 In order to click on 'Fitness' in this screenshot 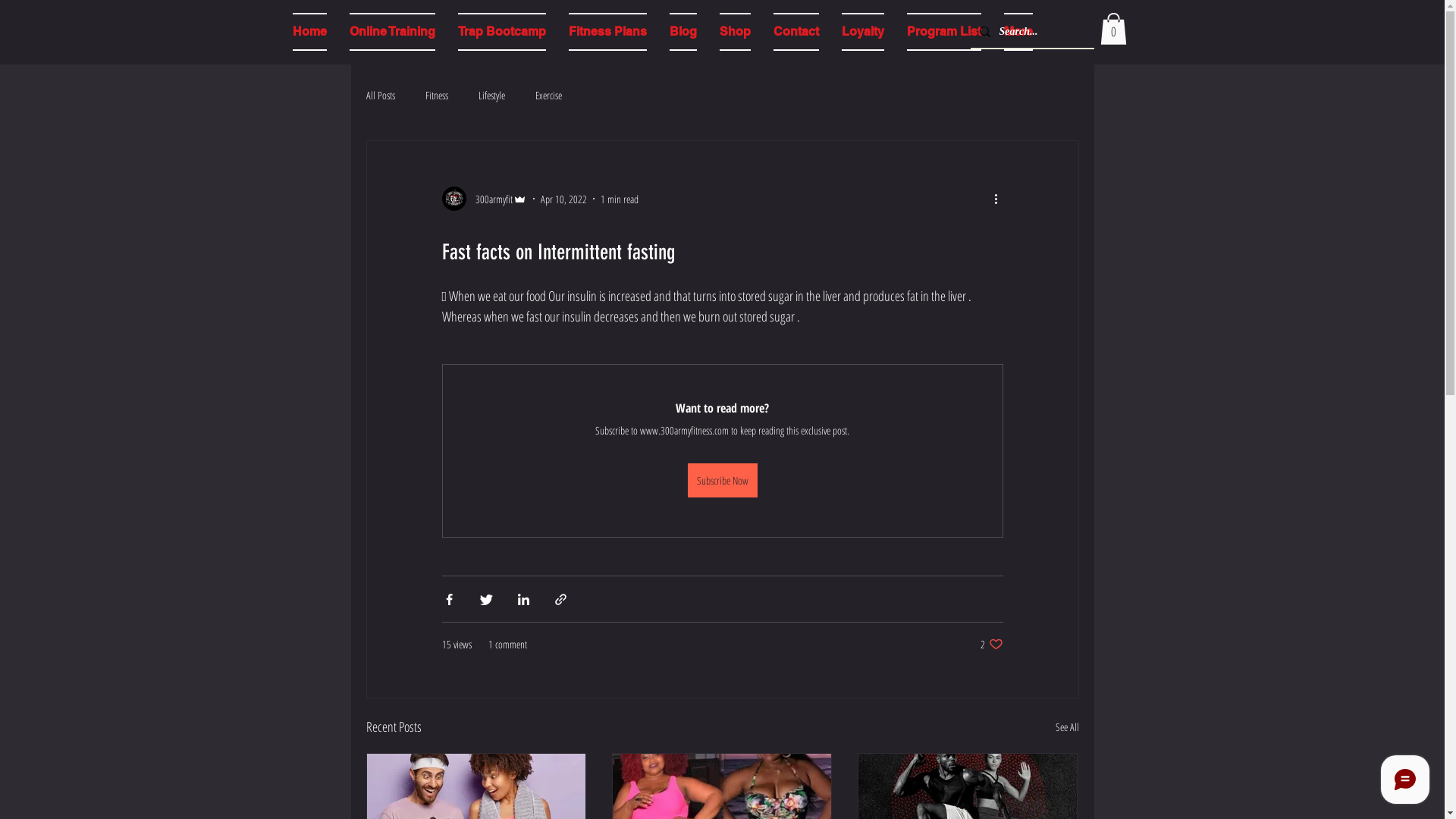, I will do `click(435, 95)`.